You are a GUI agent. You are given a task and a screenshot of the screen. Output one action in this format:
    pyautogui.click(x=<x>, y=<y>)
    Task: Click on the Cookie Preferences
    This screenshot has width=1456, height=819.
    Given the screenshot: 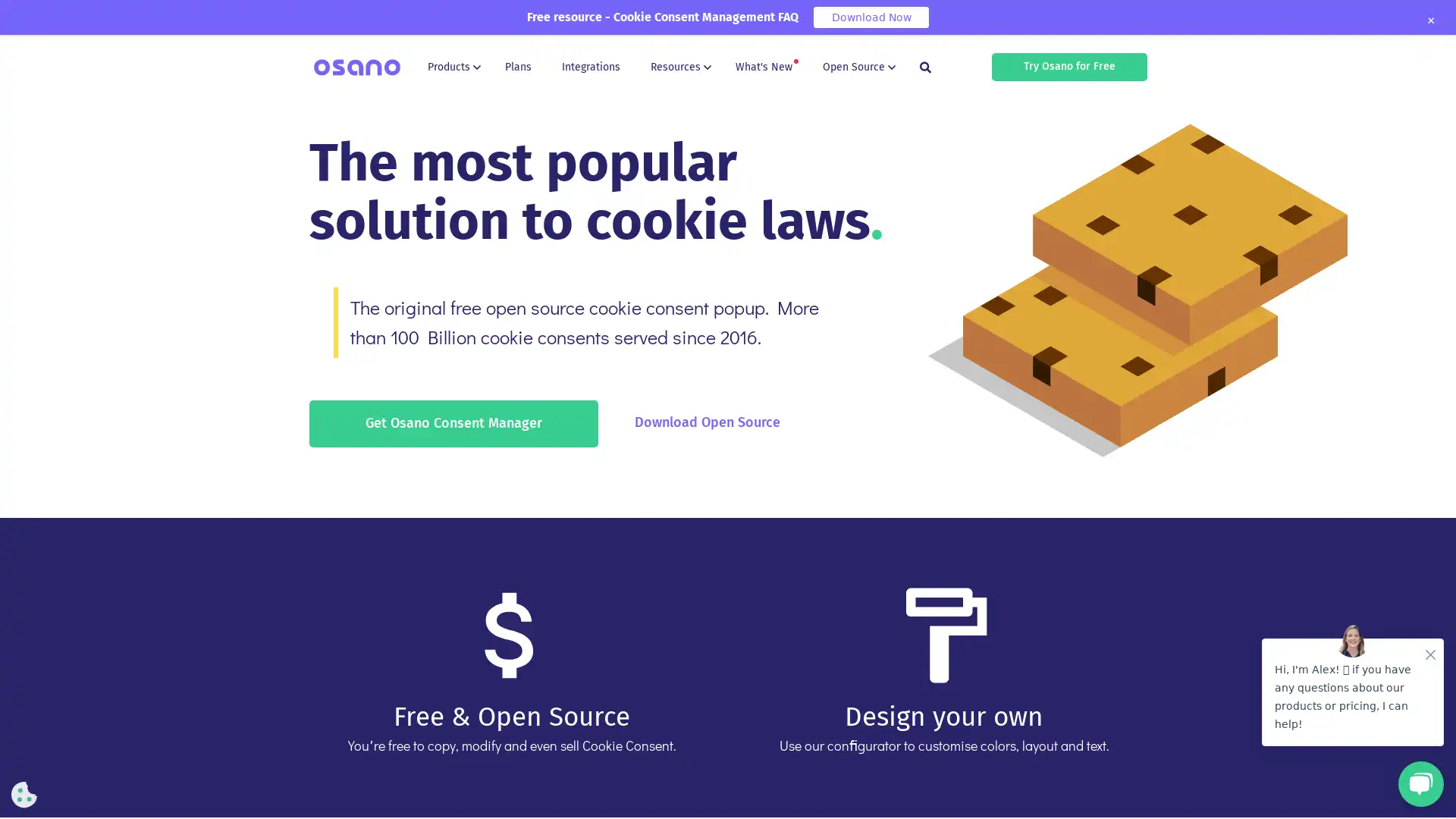 What is the action you would take?
    pyautogui.click(x=24, y=794)
    